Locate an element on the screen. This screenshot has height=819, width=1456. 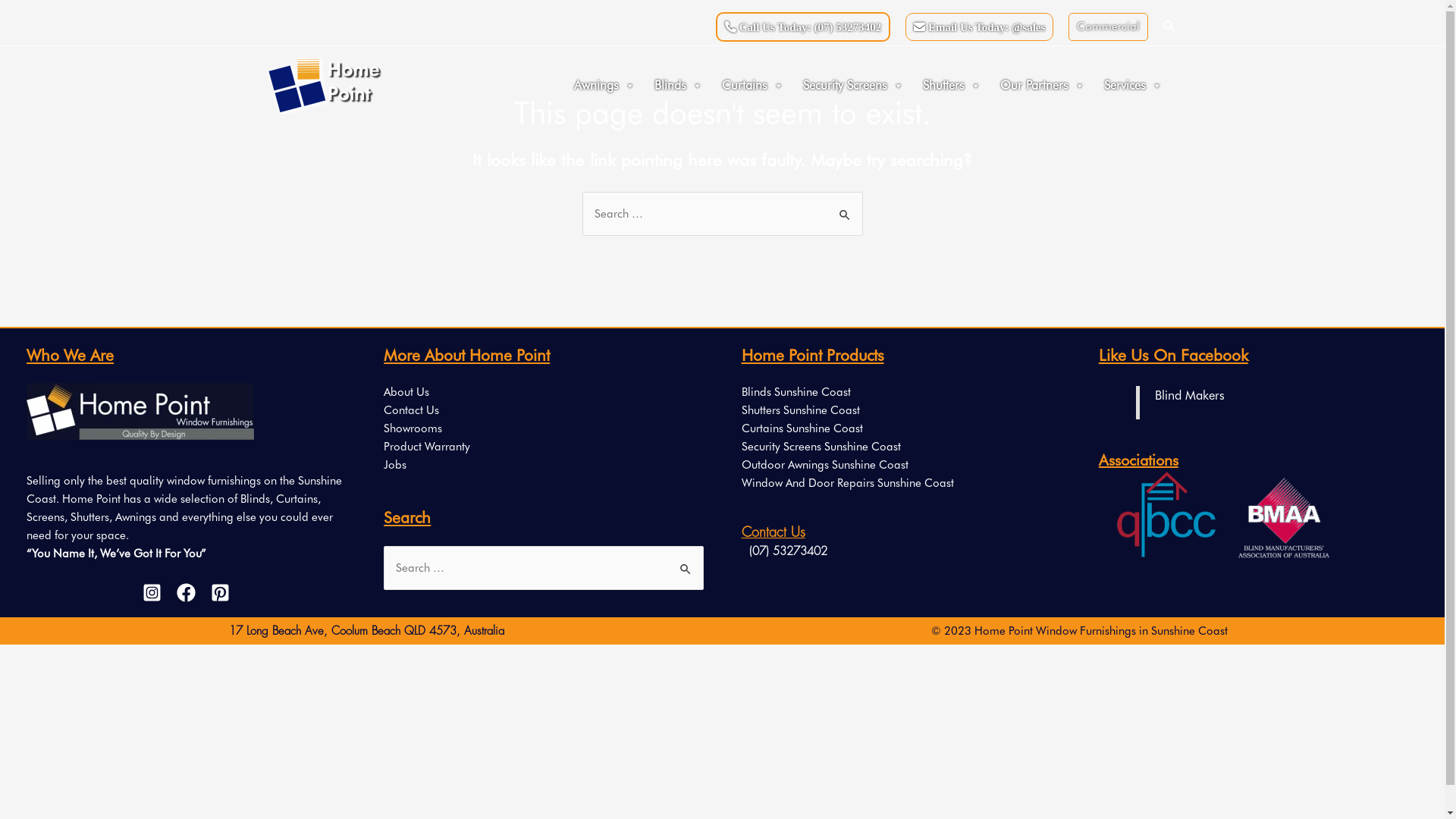
'Call Us Today: (07) 53273402' is located at coordinates (802, 27).